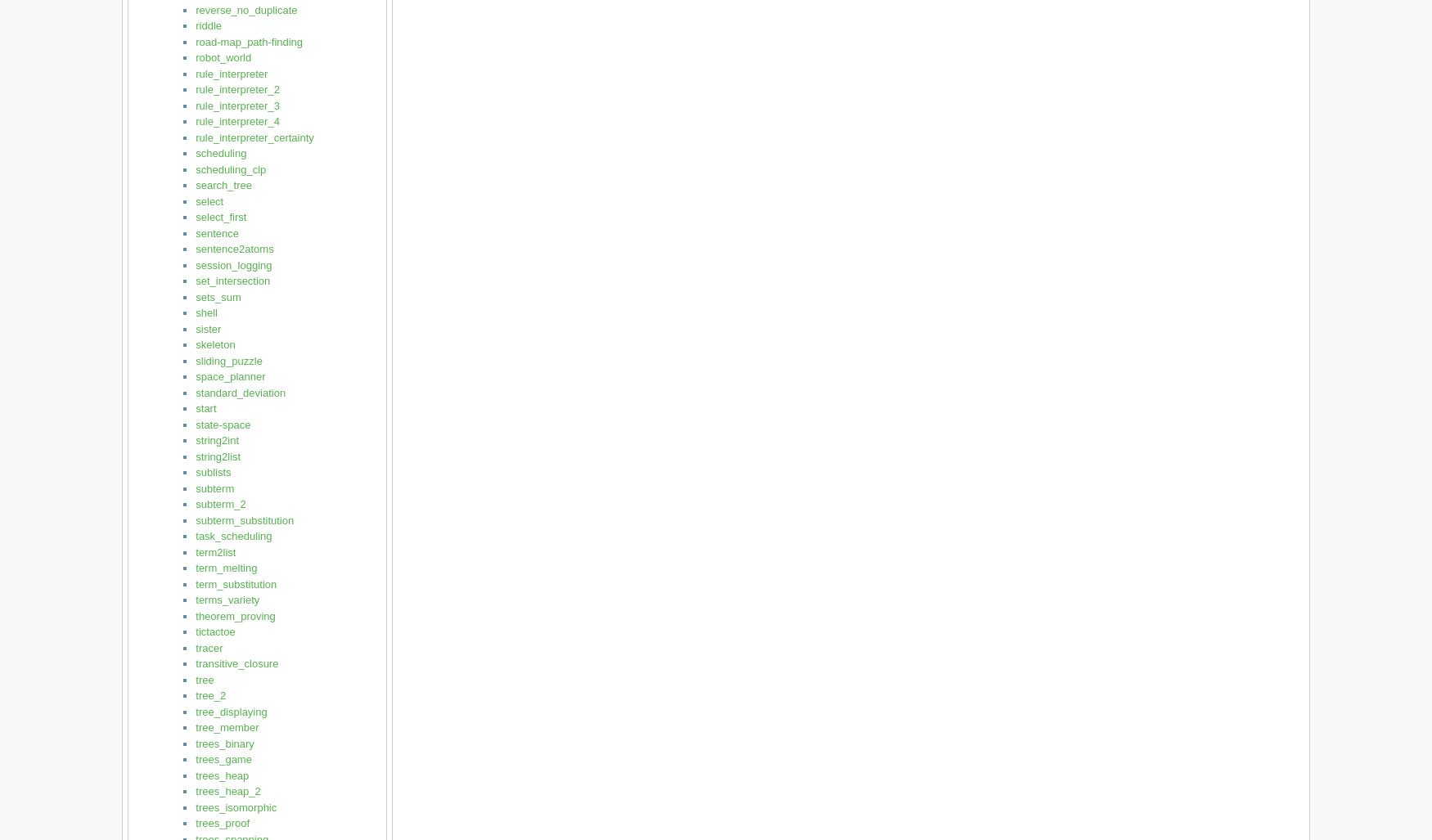 Image resolution: width=1432 pixels, height=840 pixels. What do you see at coordinates (227, 600) in the screenshot?
I see `'terms_variety'` at bounding box center [227, 600].